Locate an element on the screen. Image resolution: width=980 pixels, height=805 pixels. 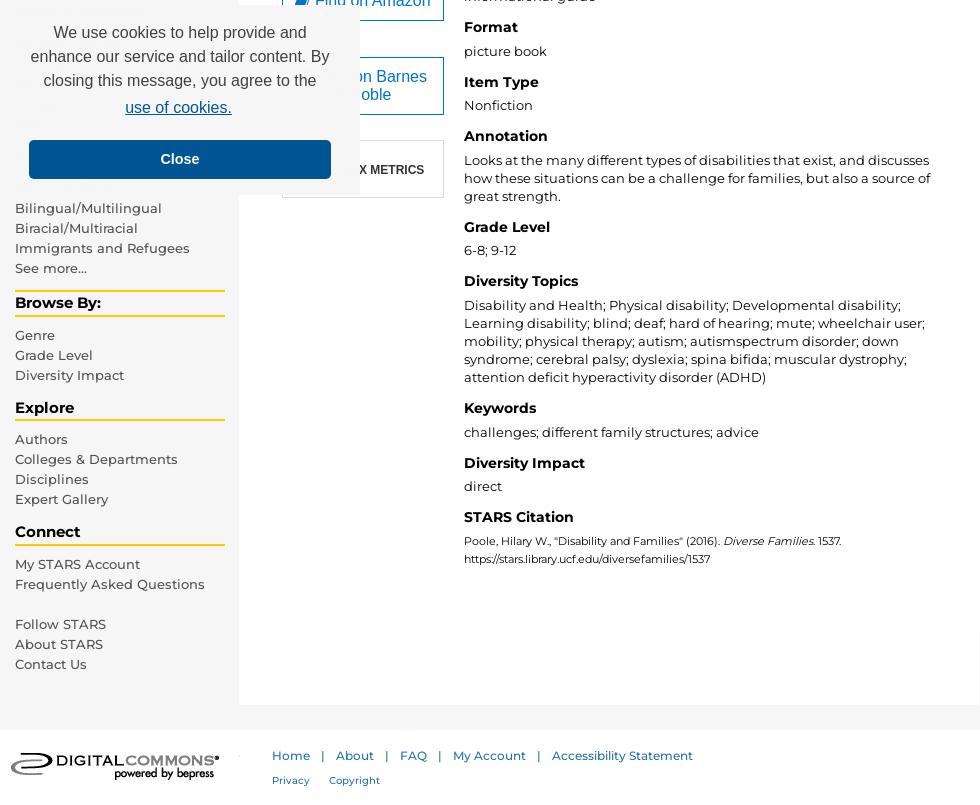
'Bicultural/Multicultural' is located at coordinates (91, 186).